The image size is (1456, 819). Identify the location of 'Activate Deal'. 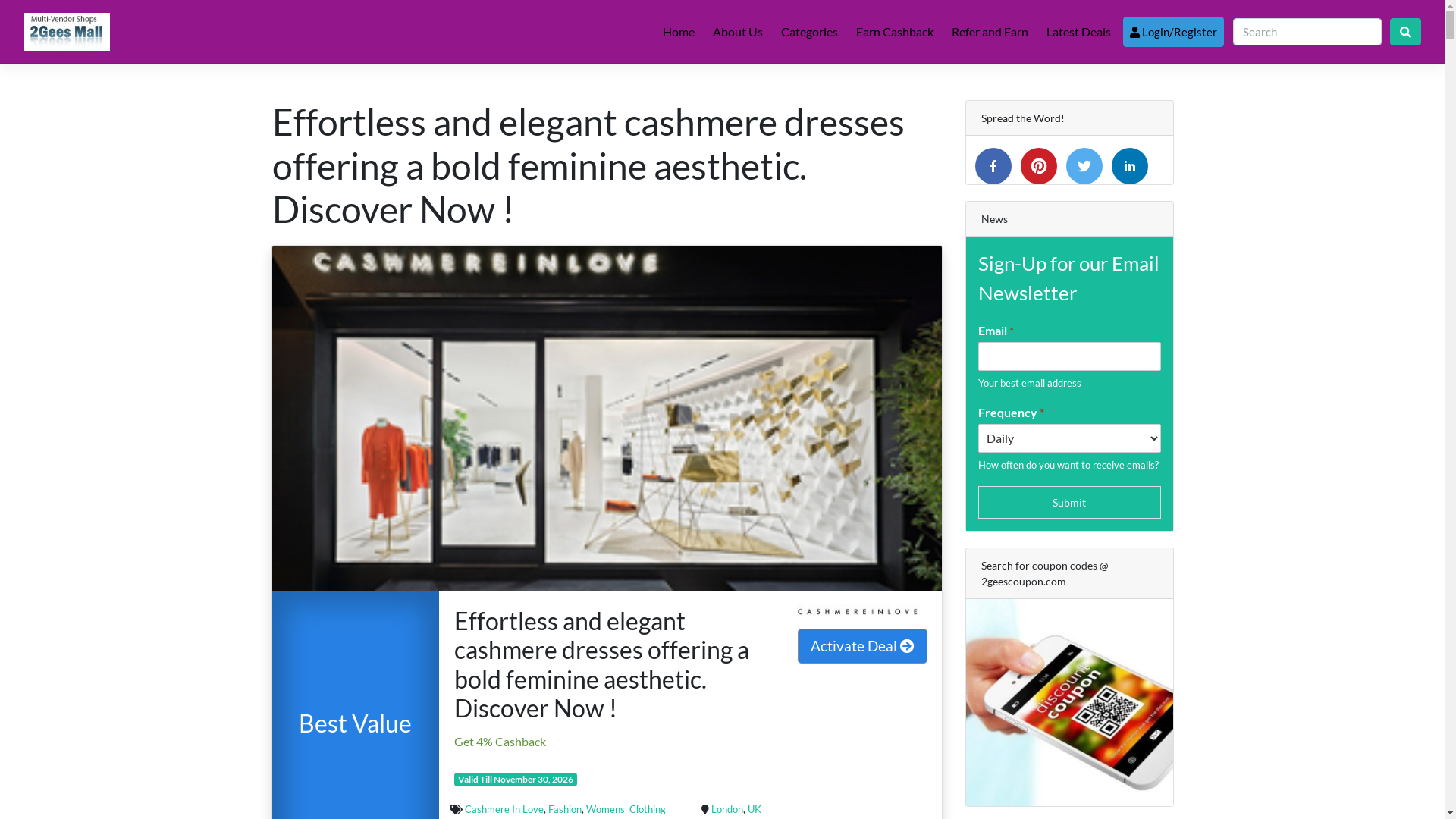
(862, 646).